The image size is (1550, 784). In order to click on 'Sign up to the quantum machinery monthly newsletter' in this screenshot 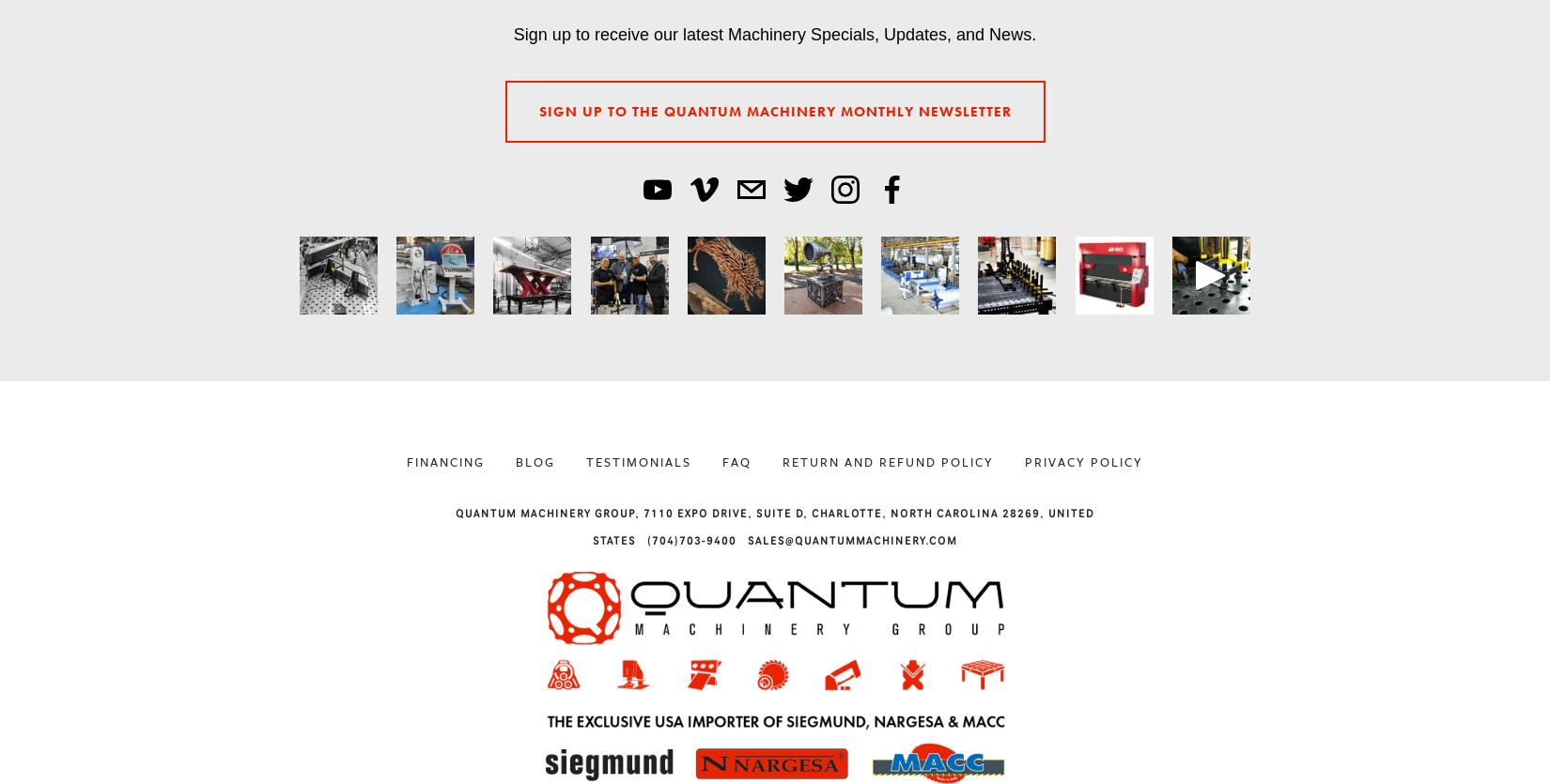, I will do `click(773, 109)`.